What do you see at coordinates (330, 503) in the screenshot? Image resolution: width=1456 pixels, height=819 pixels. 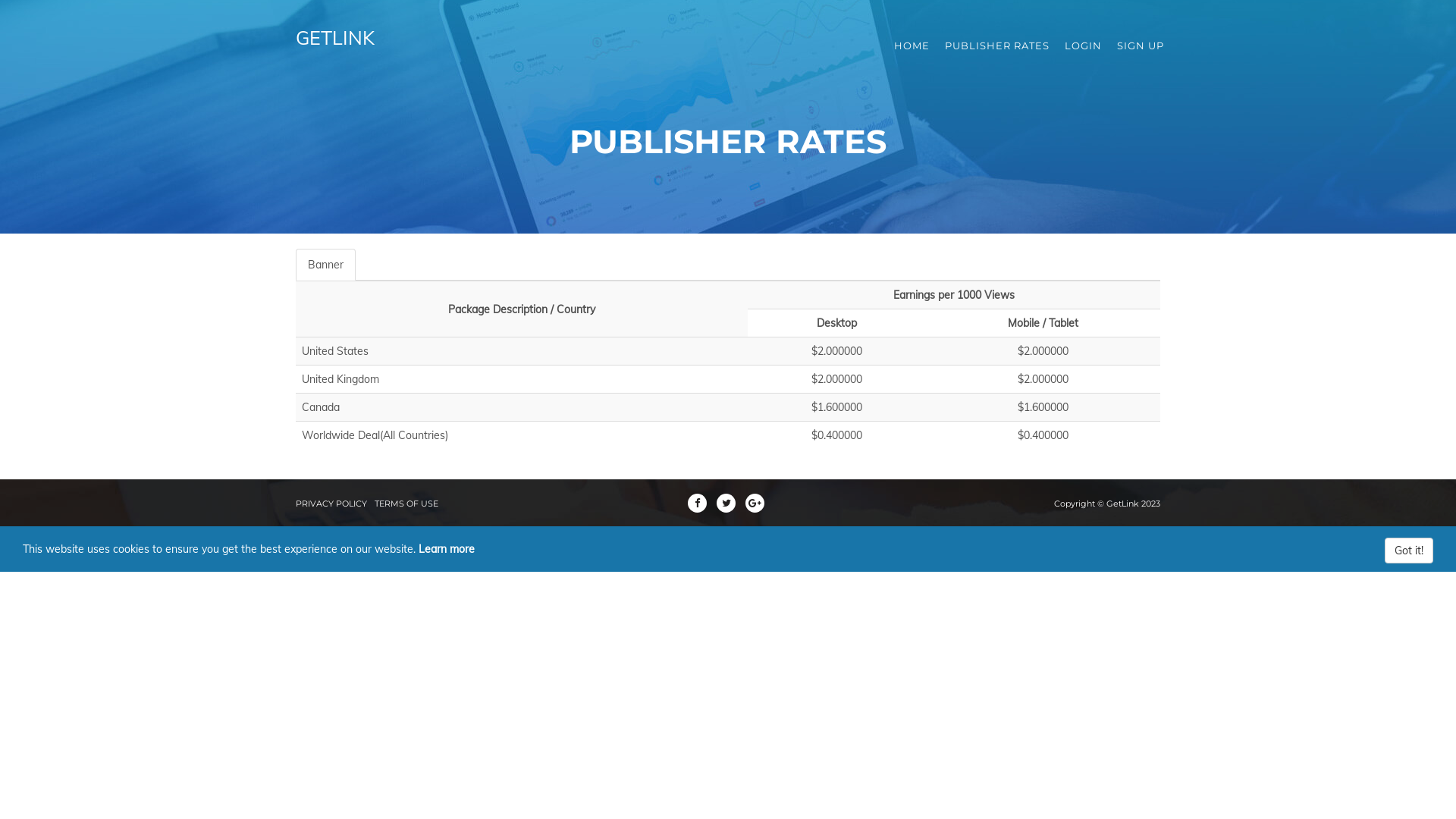 I see `'PRIVACY POLICY'` at bounding box center [330, 503].